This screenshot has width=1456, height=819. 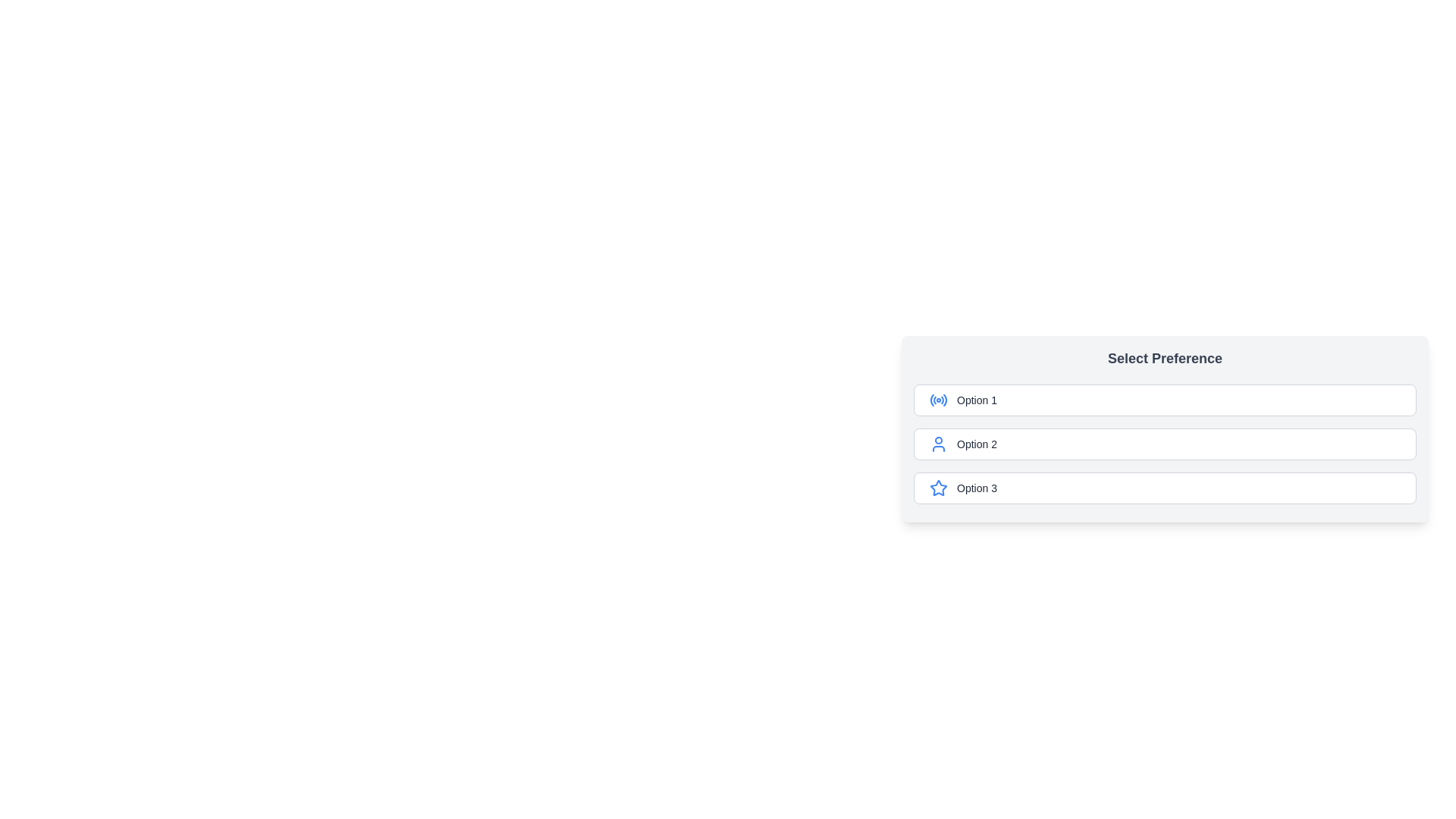 What do you see at coordinates (938, 488) in the screenshot?
I see `the blue star icon located in the last option row labeled 'Option 3'` at bounding box center [938, 488].